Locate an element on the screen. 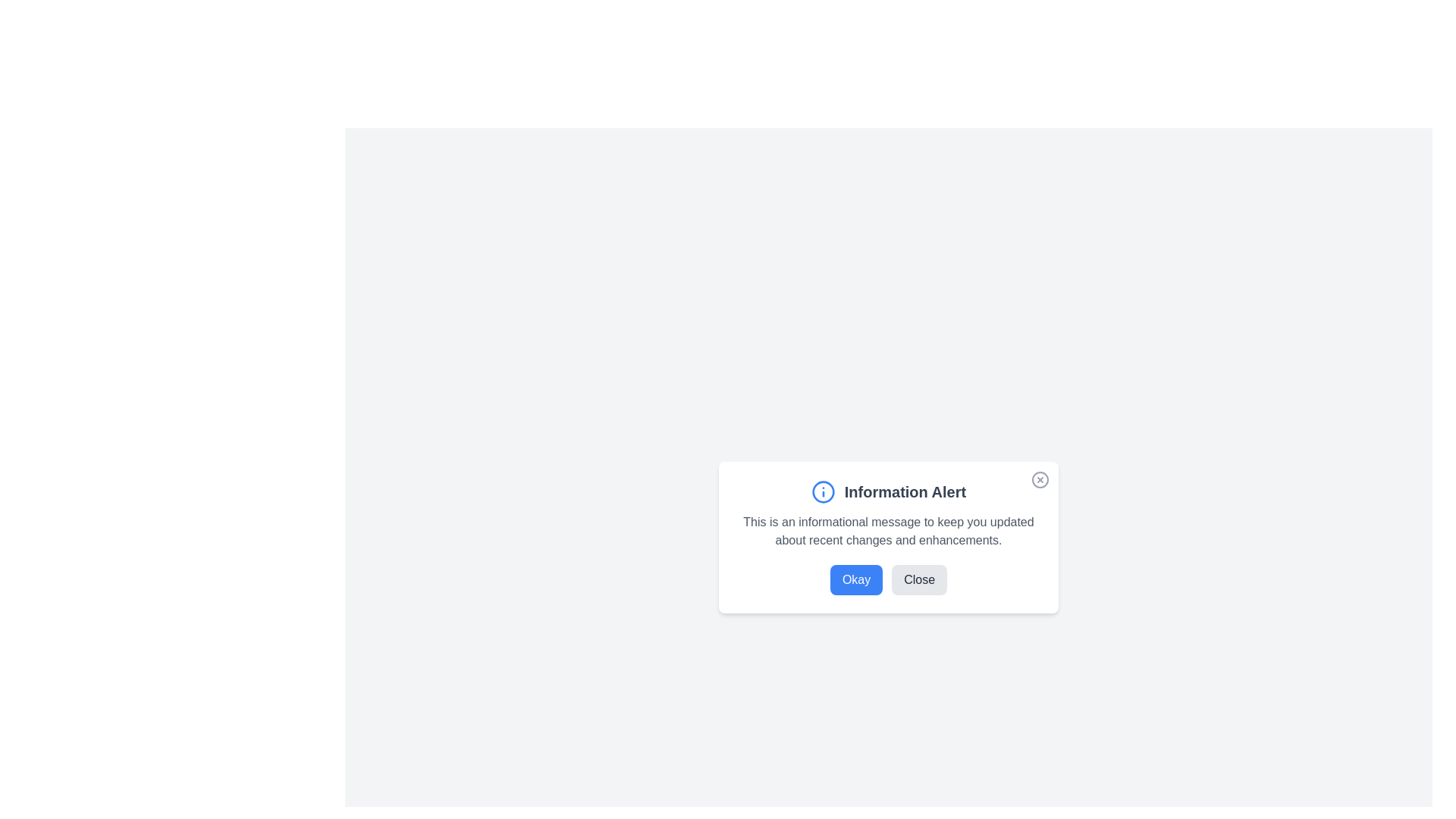 This screenshot has width=1456, height=819. the 'Okay' button, which is a white label on a blue rounded rectangular background, positioned at the bottom-right corner of the modal dialog is located at coordinates (856, 579).